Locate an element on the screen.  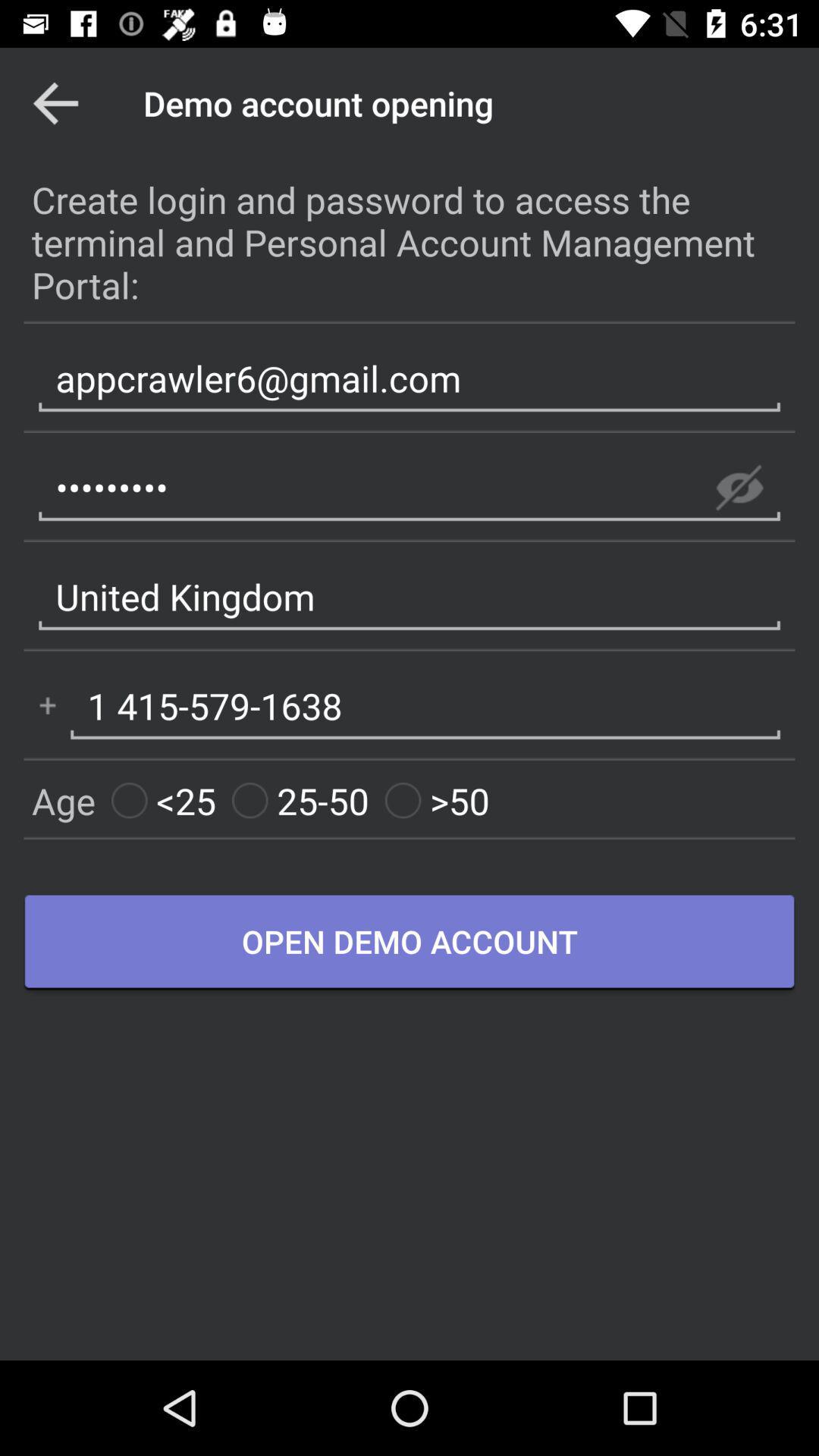
item above the crowd3116 item is located at coordinates (409, 378).